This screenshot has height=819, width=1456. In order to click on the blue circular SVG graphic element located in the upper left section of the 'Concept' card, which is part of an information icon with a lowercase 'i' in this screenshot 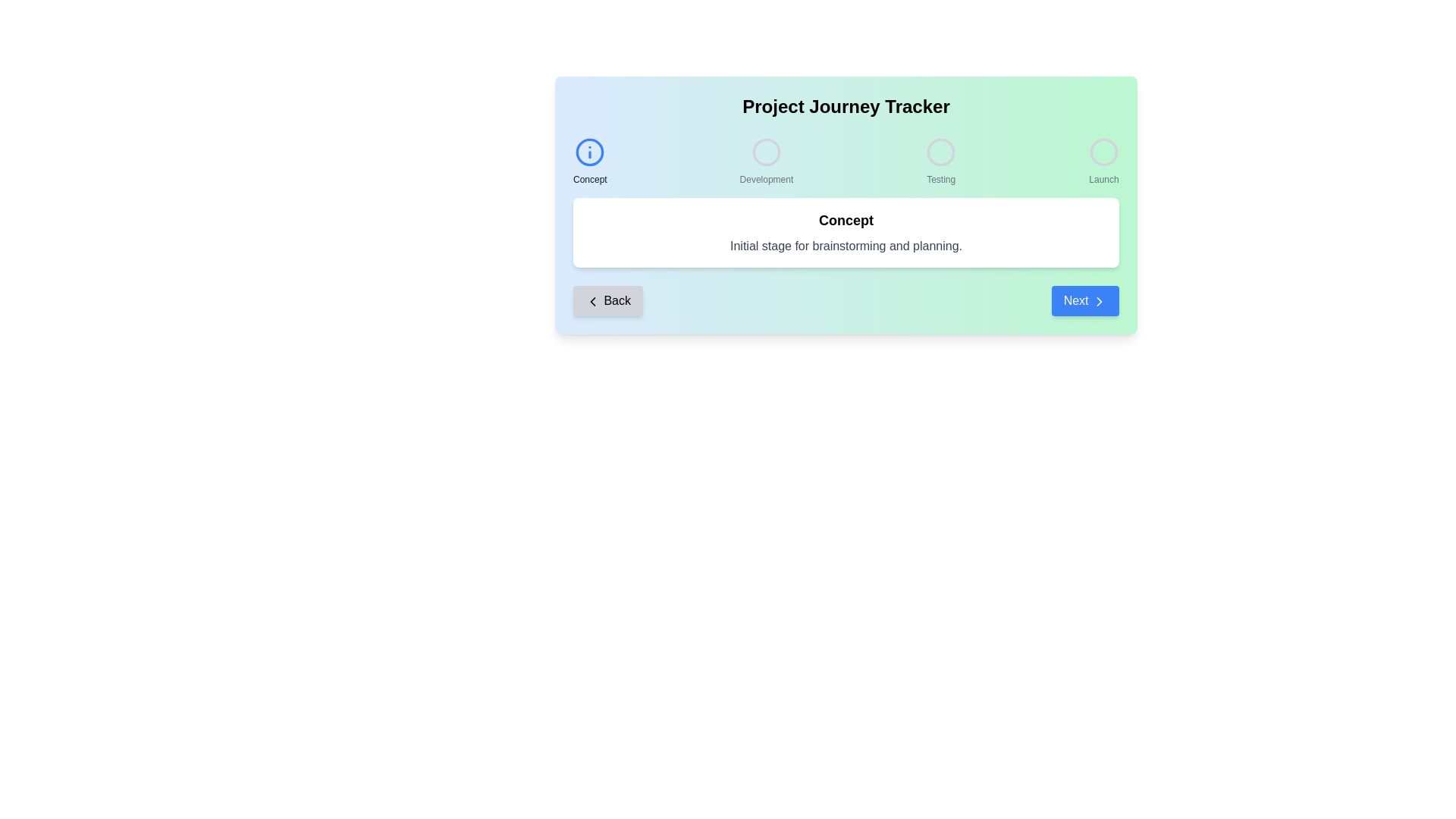, I will do `click(589, 152)`.